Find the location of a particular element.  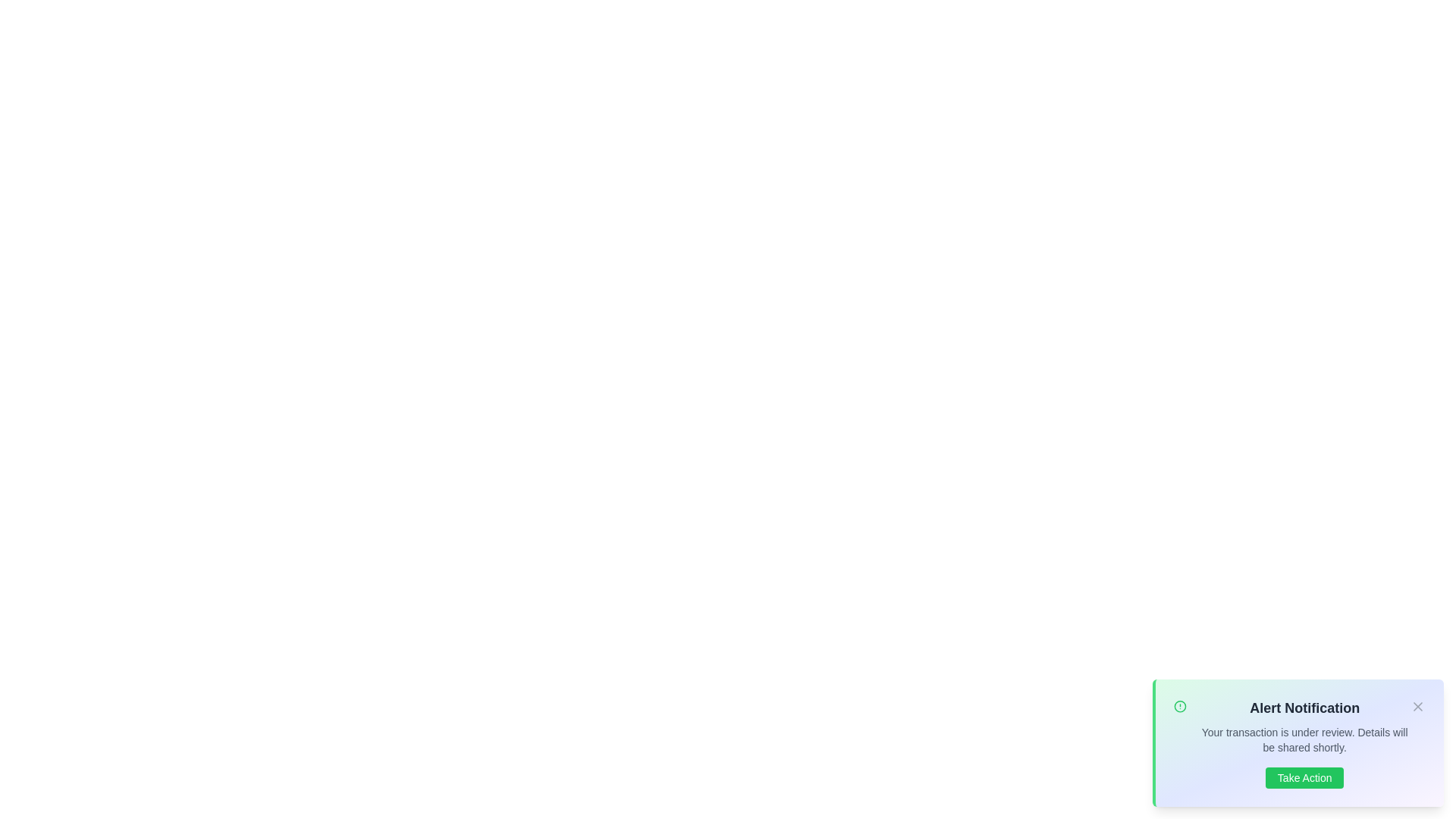

the close button to close the alert notification is located at coordinates (1417, 707).